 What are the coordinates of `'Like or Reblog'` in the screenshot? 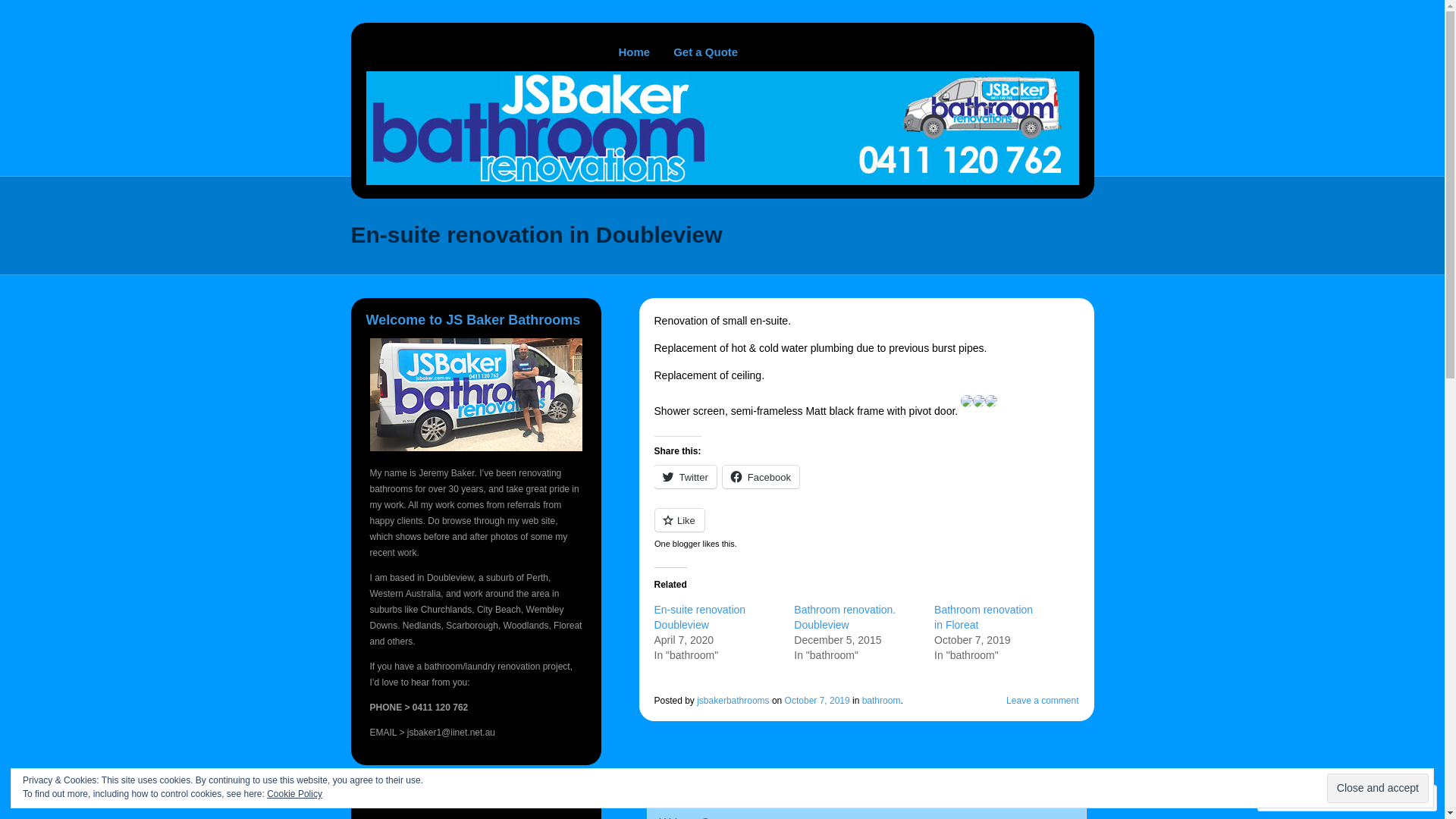 It's located at (866, 528).